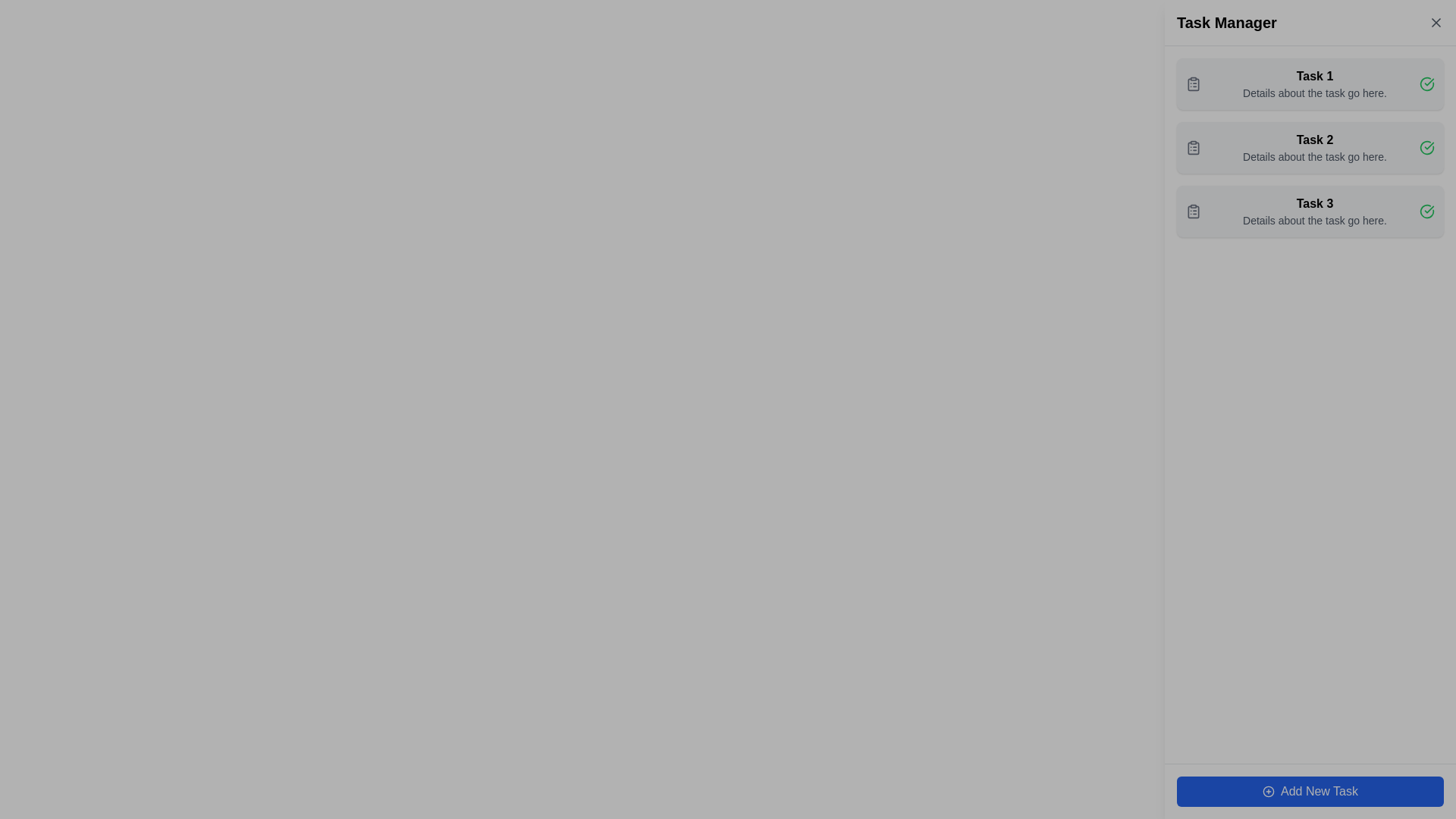 The height and width of the screenshot is (819, 1456). Describe the element at coordinates (1426, 84) in the screenshot. I see `the status indicator icon located to the far right of 'Task 2' in the vertical list of tasks` at that location.